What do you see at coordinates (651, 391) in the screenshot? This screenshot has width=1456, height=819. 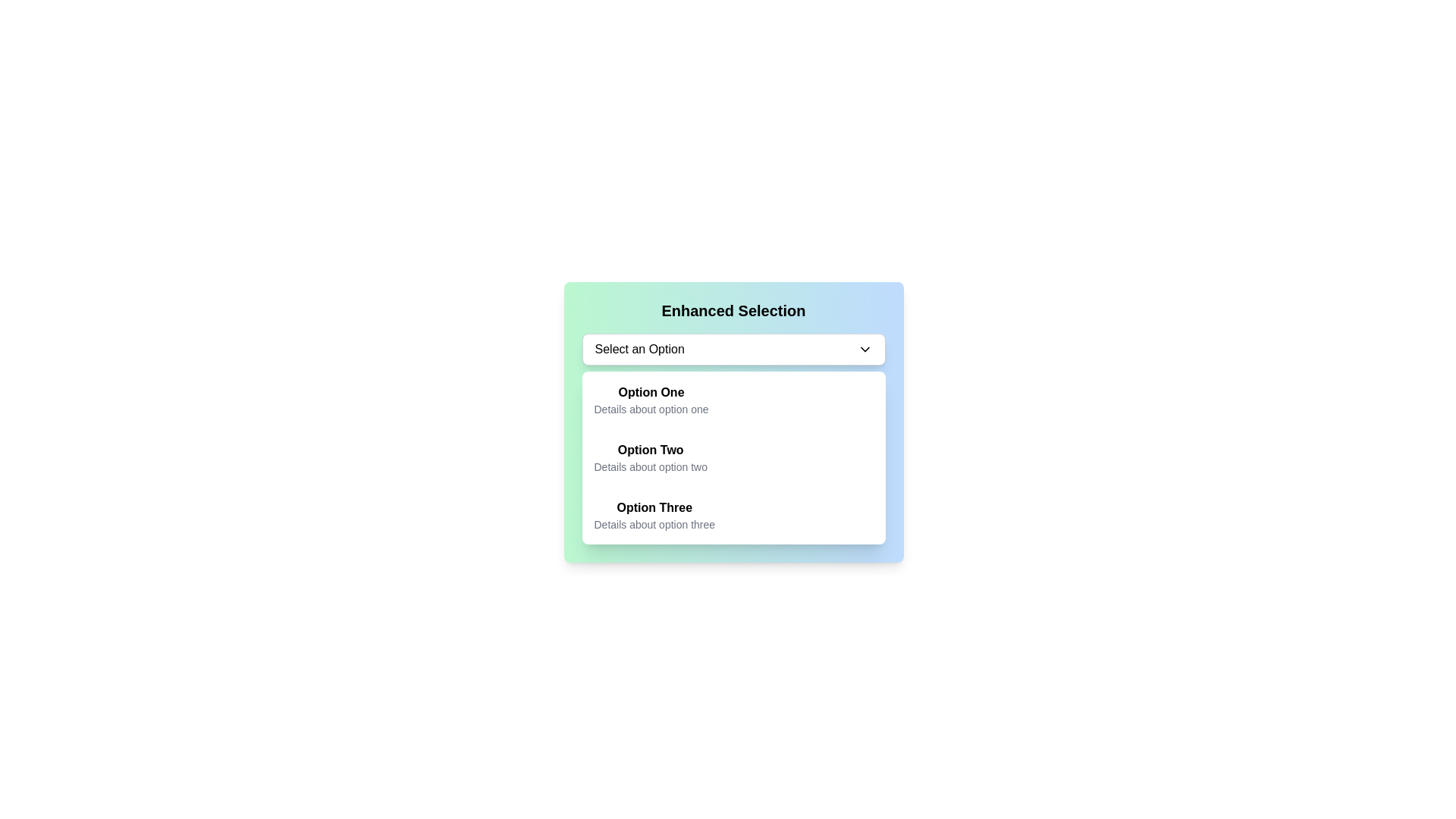 I see `the bold title element located in the first item of the 'Enhanced Selection' dropdown menu, which serves as the title for the first selectable option` at bounding box center [651, 391].